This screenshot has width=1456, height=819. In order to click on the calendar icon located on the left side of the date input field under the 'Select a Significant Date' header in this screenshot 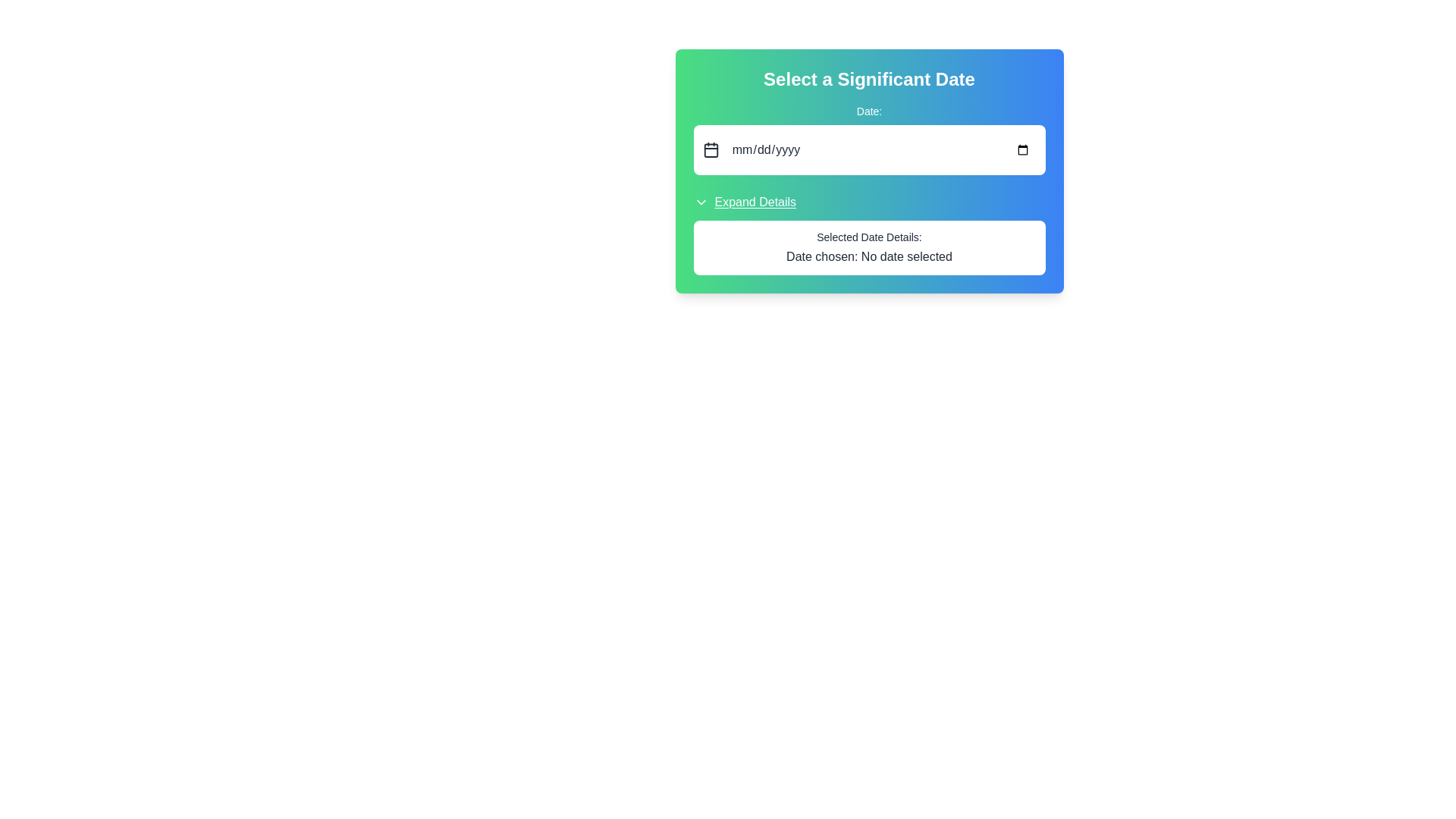, I will do `click(710, 149)`.